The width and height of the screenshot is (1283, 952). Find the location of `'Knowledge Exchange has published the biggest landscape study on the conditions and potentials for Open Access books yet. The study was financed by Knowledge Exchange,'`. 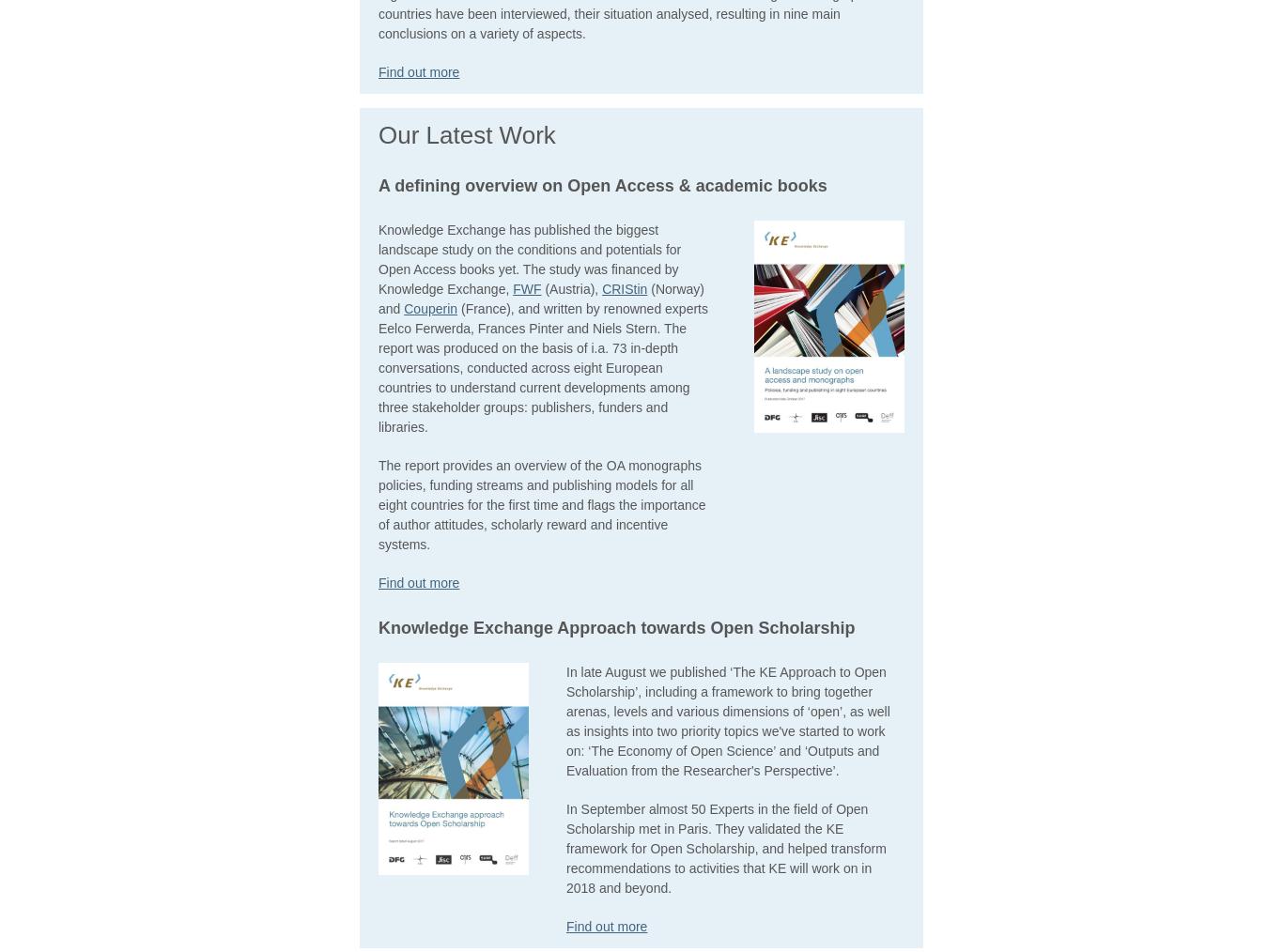

'Knowledge Exchange has published the biggest landscape study on the conditions and potentials for Open Access books yet. The study was financed by Knowledge Exchange,' is located at coordinates (530, 259).